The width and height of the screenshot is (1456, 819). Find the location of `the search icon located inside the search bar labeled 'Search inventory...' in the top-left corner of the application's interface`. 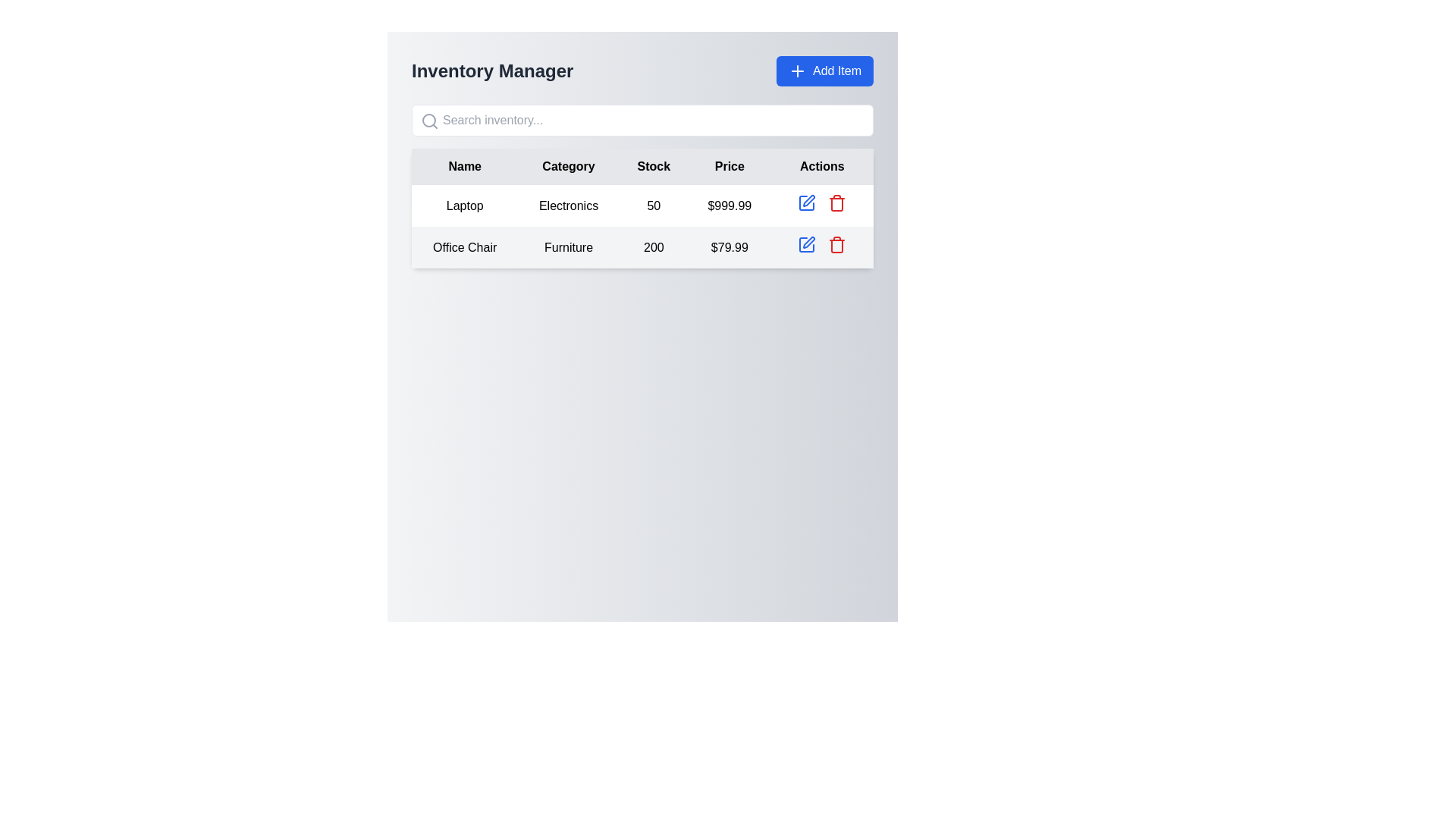

the search icon located inside the search bar labeled 'Search inventory...' in the top-left corner of the application's interface is located at coordinates (428, 120).